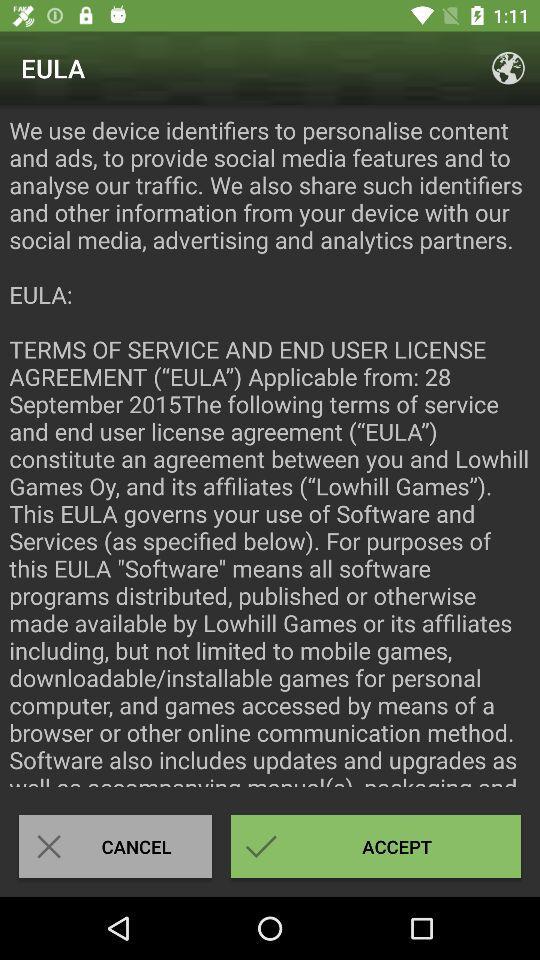 Image resolution: width=540 pixels, height=960 pixels. Describe the element at coordinates (376, 845) in the screenshot. I see `item to the right of the cancel` at that location.